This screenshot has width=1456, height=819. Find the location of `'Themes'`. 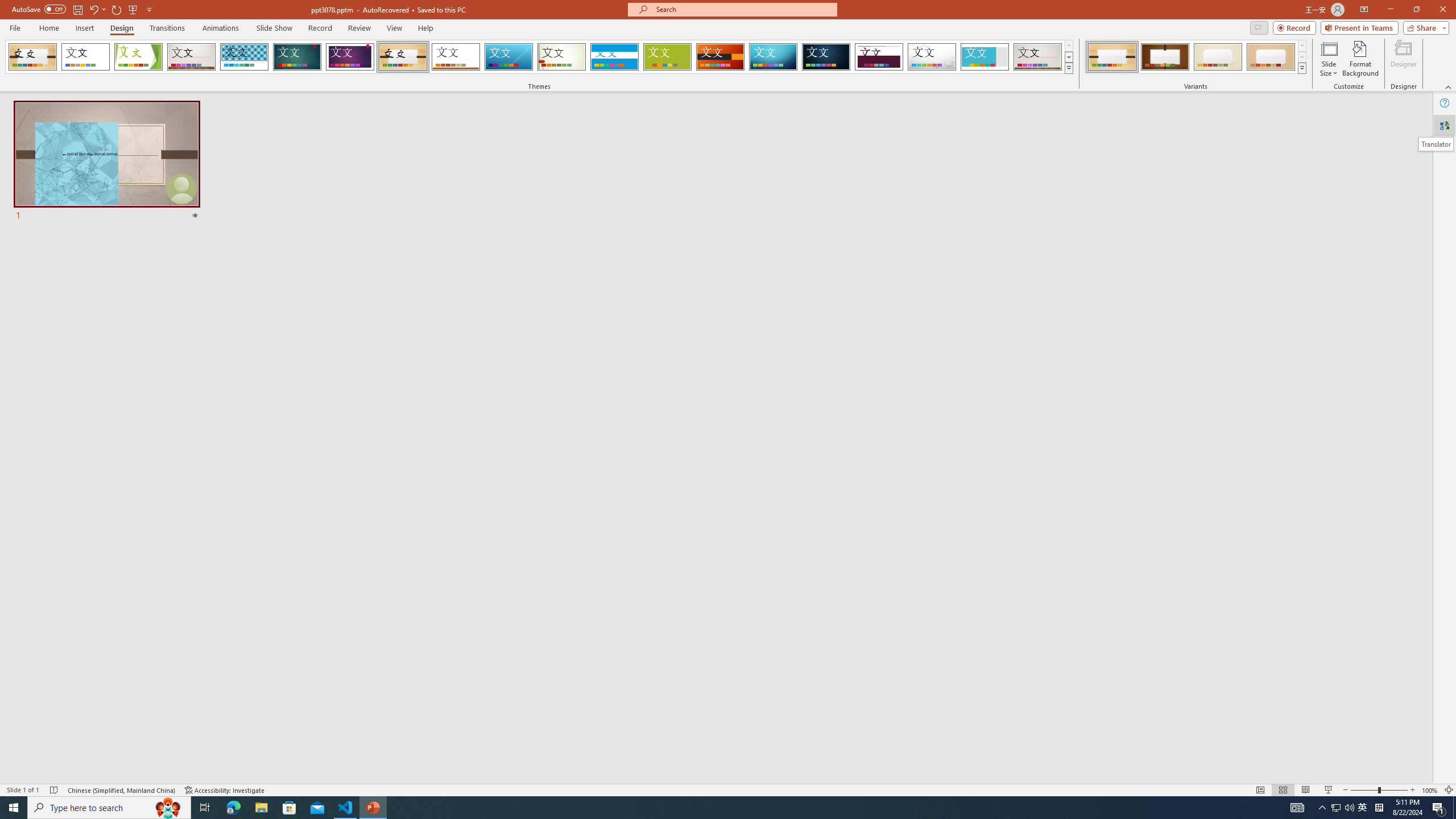

'Themes' is located at coordinates (1069, 67).